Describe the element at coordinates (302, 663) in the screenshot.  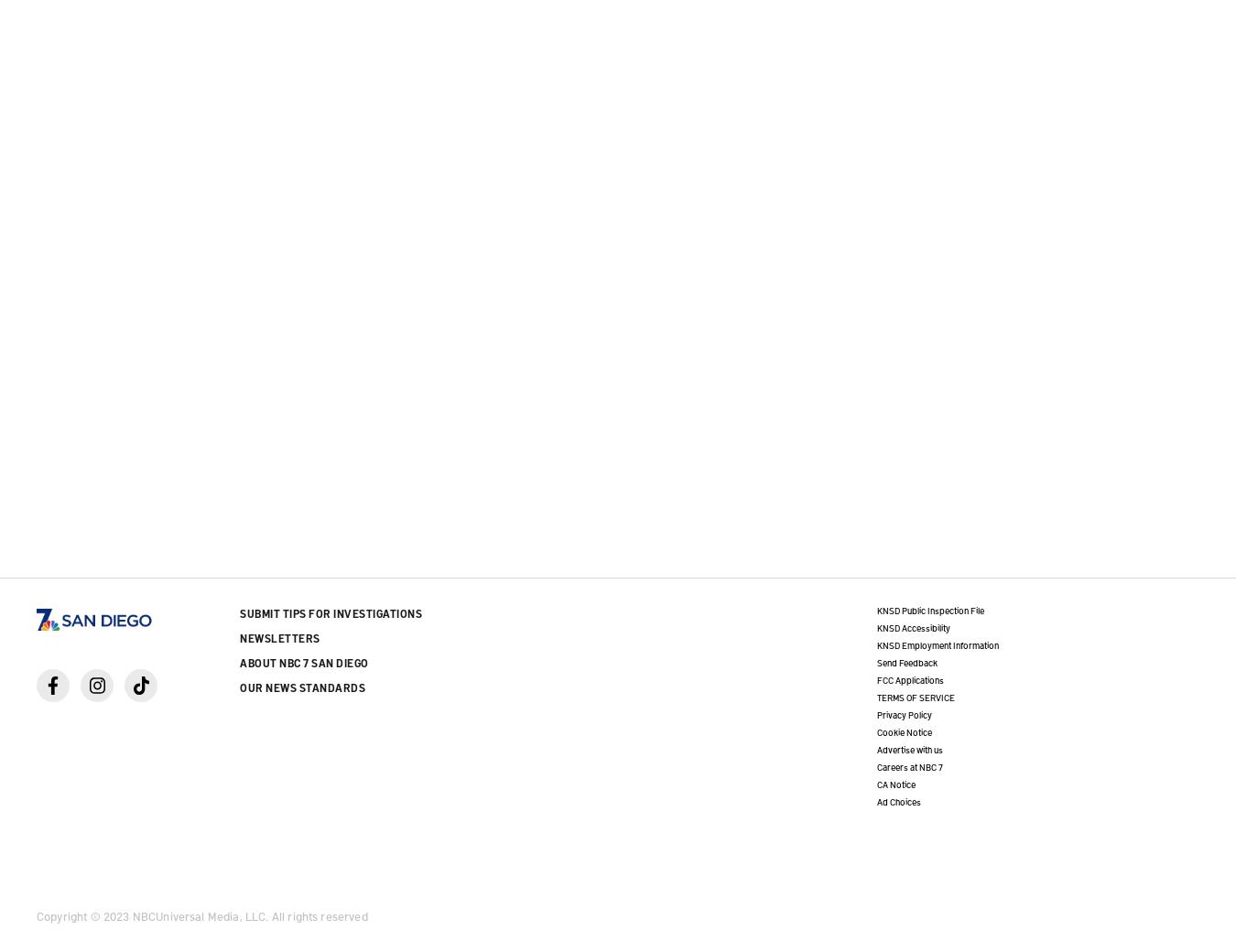
I see `'About NBC 7 San Diego'` at that location.